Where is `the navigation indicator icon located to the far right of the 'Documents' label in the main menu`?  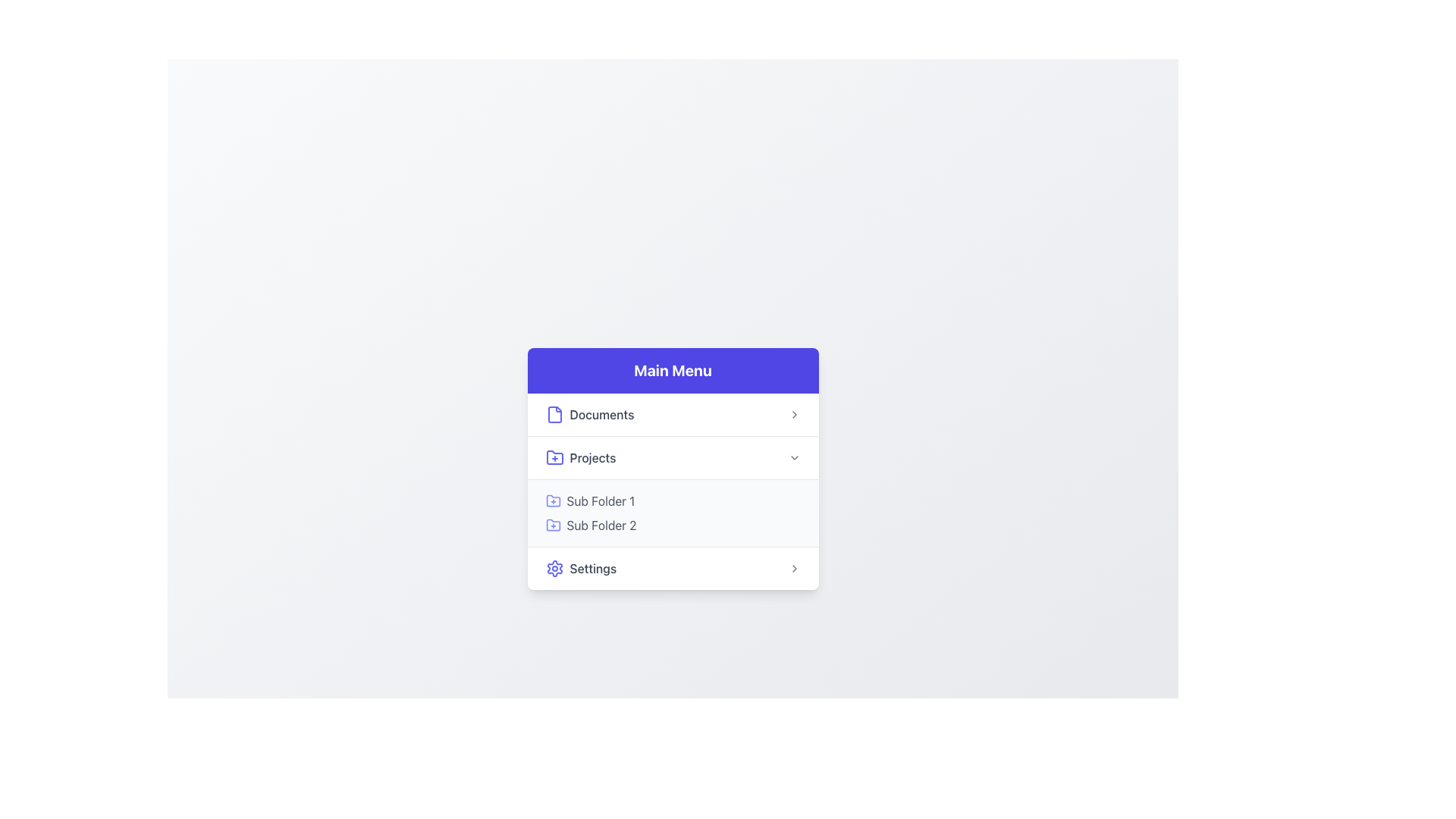 the navigation indicator icon located to the far right of the 'Documents' label in the main menu is located at coordinates (793, 414).